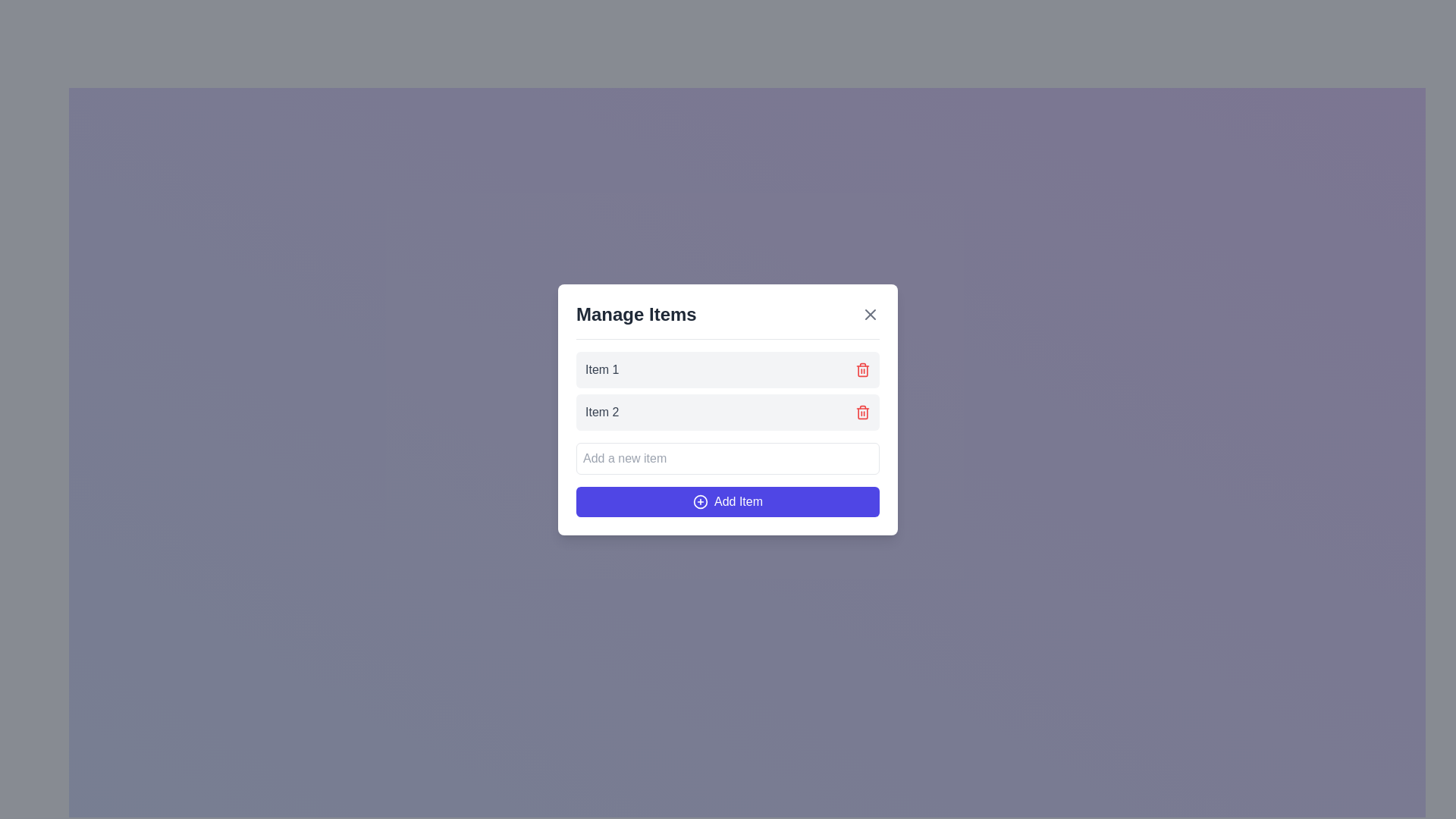 This screenshot has height=819, width=1456. What do you see at coordinates (862, 412) in the screenshot?
I see `the delete button located at the rightmost part of the row containing the label 'Item 2'` at bounding box center [862, 412].